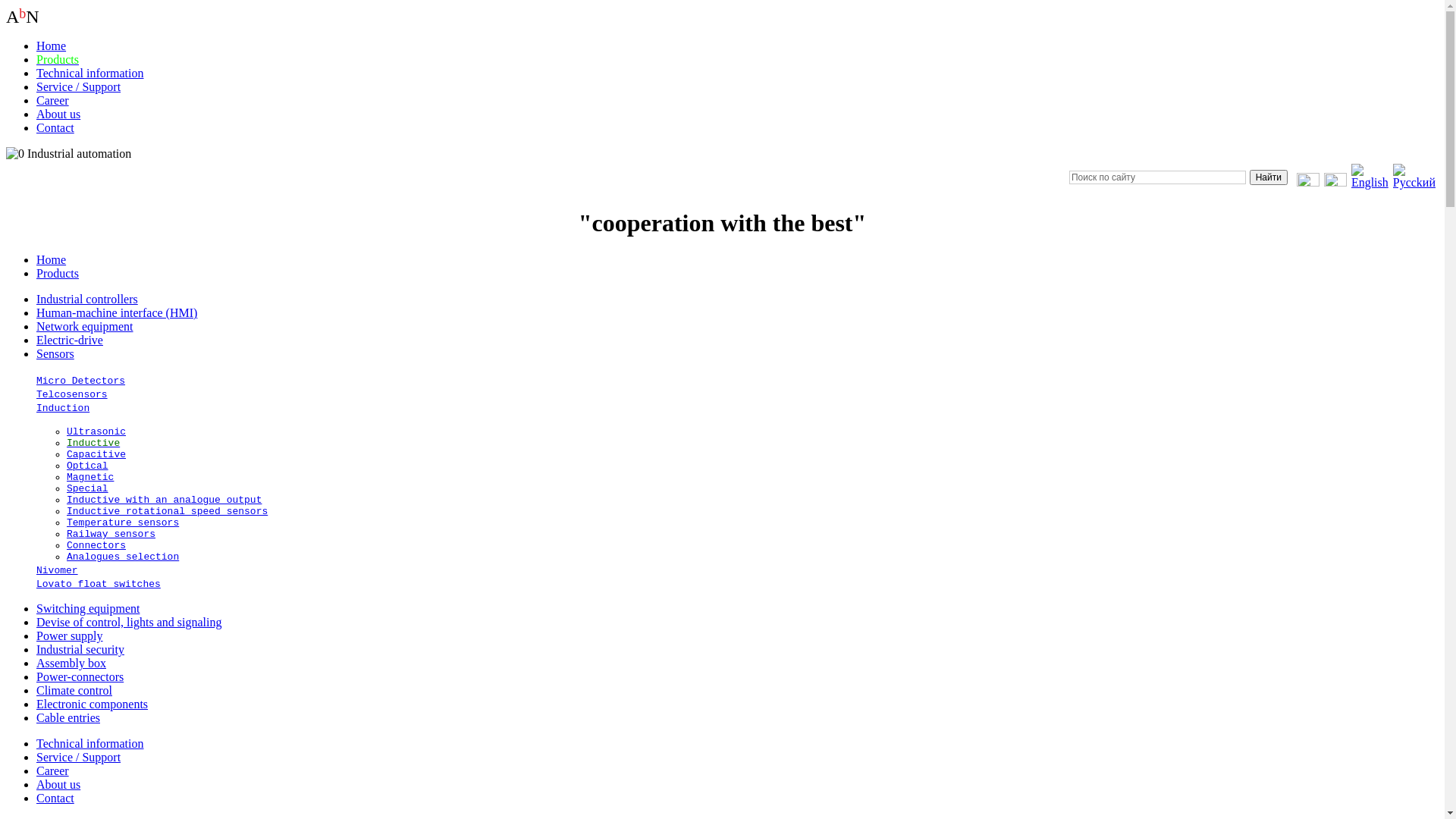 This screenshot has width=1456, height=819. I want to click on 'Service / Support', so click(77, 86).